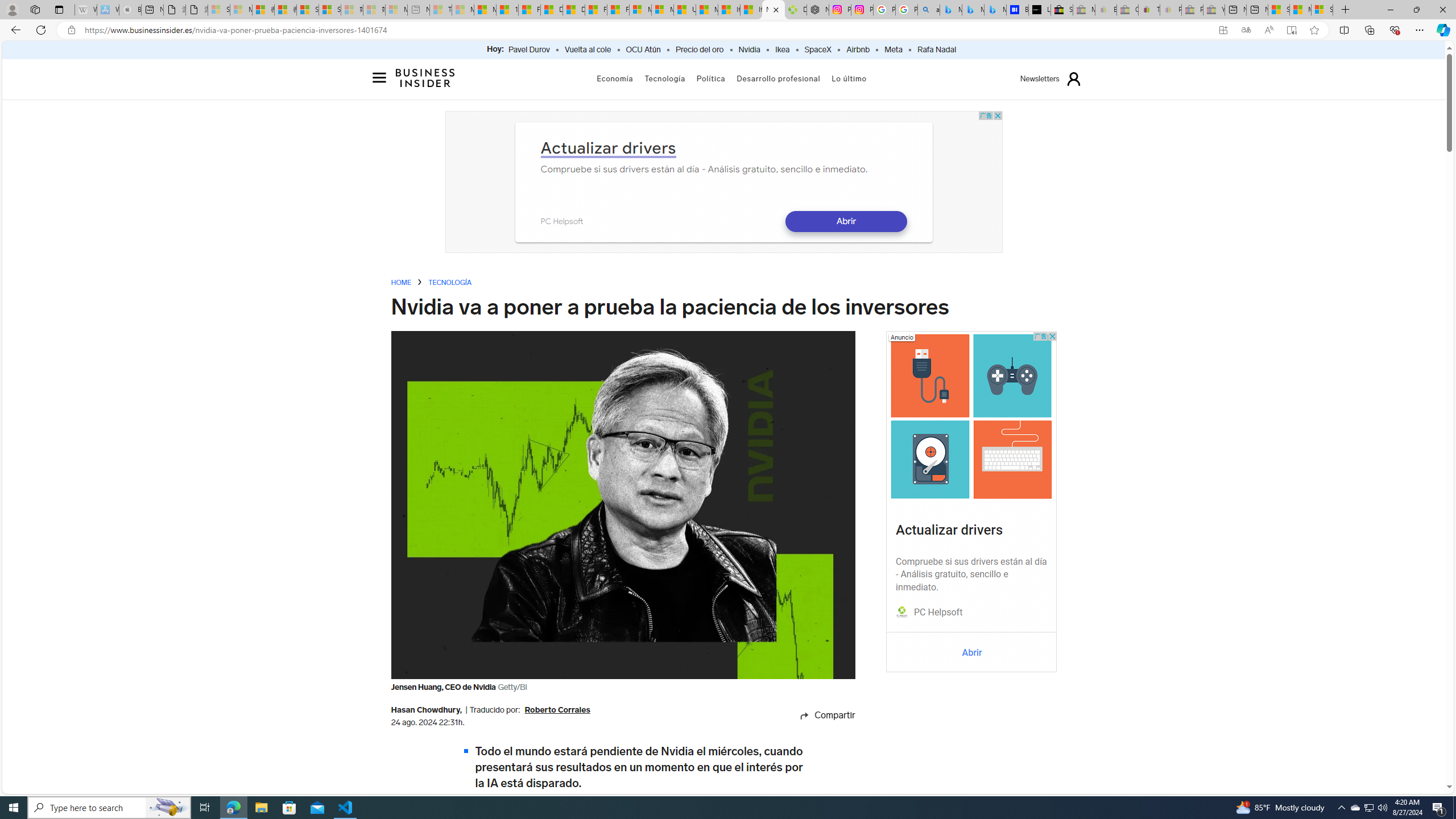 The height and width of the screenshot is (819, 1456). I want to click on 'Airbnb', so click(857, 49).